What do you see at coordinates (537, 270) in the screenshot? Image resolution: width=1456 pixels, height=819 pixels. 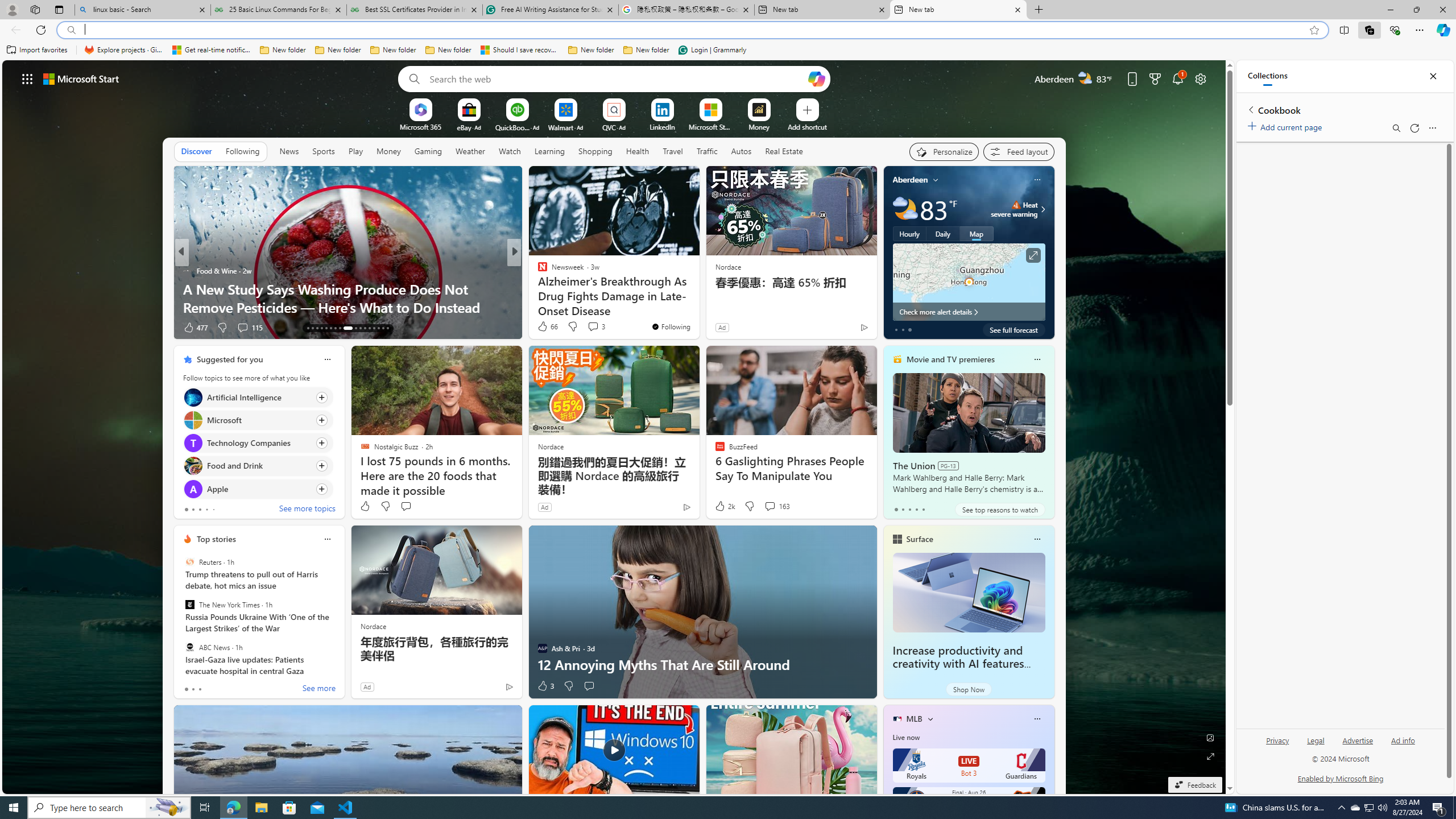 I see `'Body Network'` at bounding box center [537, 270].